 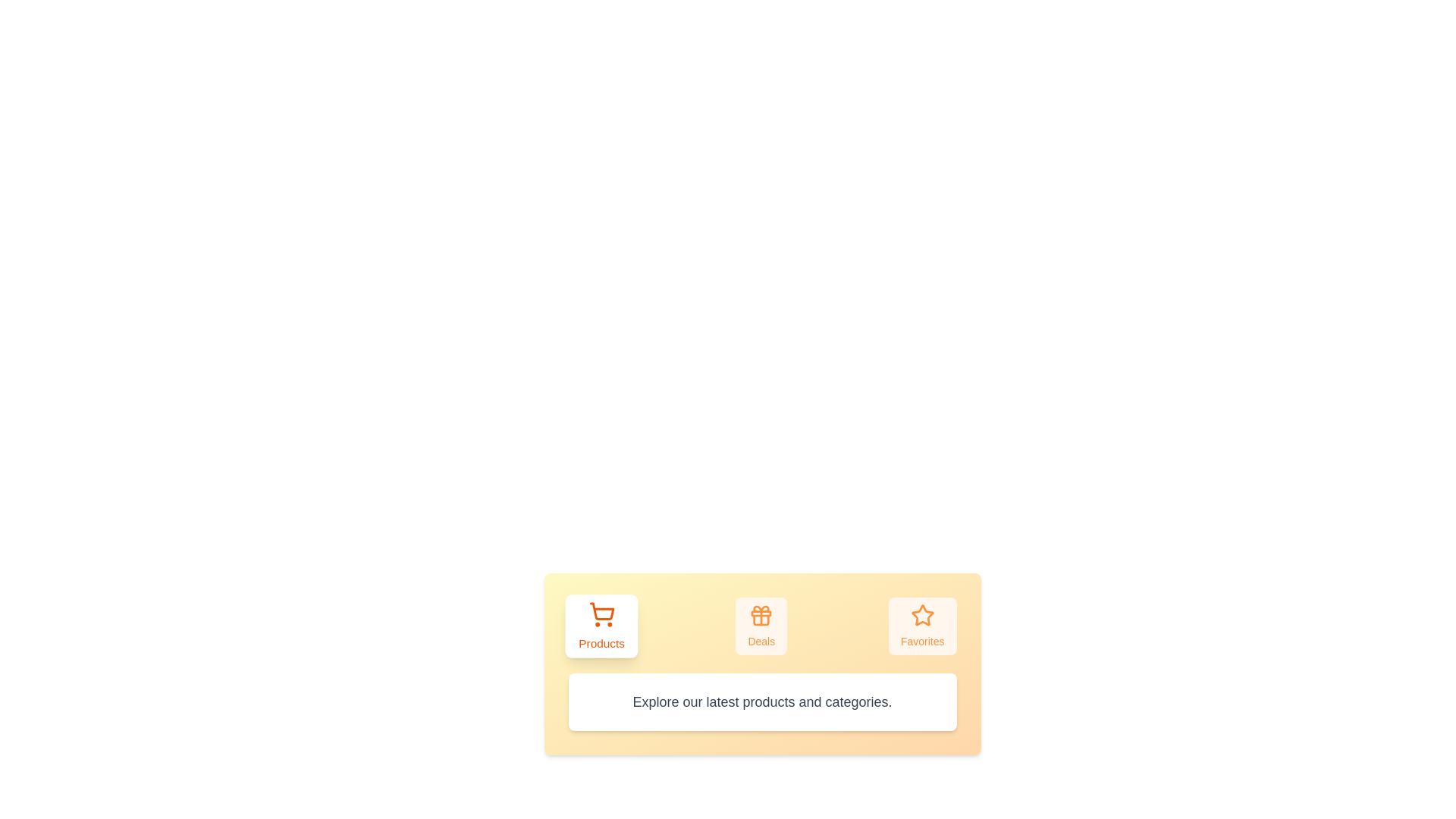 What do you see at coordinates (921, 626) in the screenshot?
I see `the Favorites tab by clicking on its button` at bounding box center [921, 626].